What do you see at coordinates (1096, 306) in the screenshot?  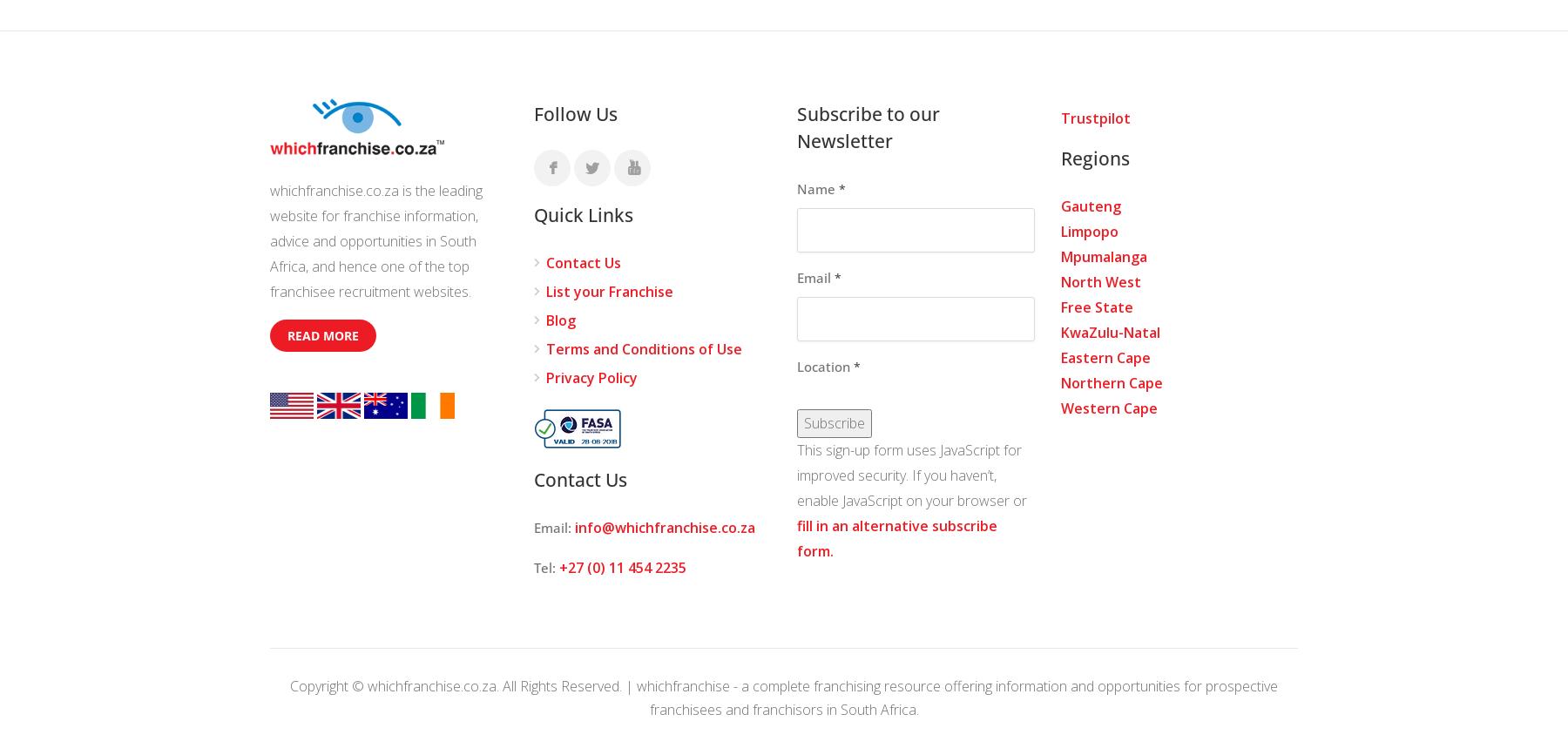 I see `'Free State'` at bounding box center [1096, 306].